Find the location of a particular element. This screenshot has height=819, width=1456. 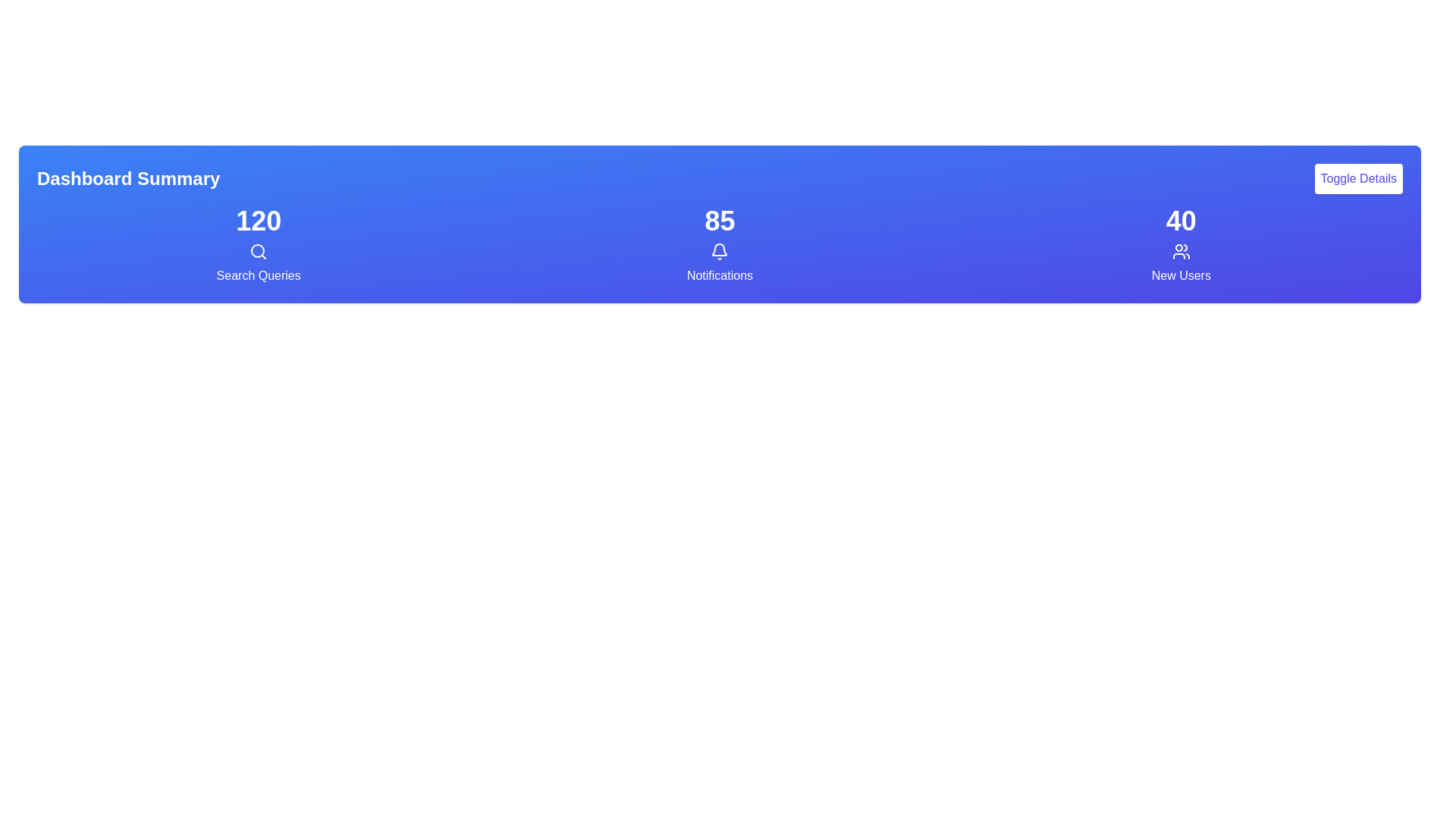

the graphical icon representing a group of users, which is located below the numerical text '40' and above the label 'New Users' in the rightmost information card of the dashboard is located at coordinates (1180, 250).